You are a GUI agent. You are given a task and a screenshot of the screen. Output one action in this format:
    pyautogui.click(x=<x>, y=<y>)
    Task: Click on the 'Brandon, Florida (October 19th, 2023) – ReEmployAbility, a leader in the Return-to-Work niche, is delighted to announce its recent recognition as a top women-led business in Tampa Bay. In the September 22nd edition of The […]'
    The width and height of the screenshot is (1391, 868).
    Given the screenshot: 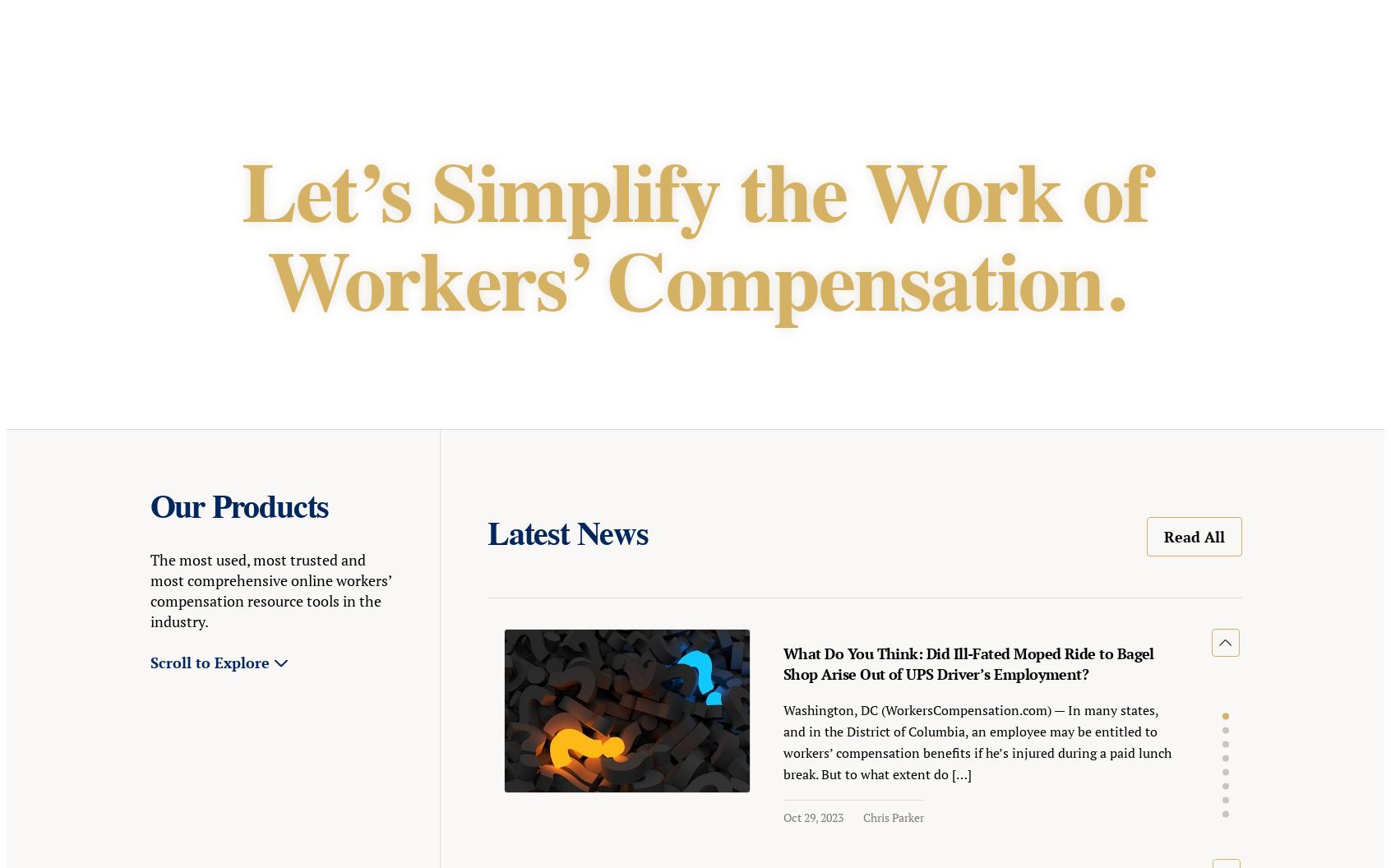 What is the action you would take?
    pyautogui.click(x=315, y=269)
    